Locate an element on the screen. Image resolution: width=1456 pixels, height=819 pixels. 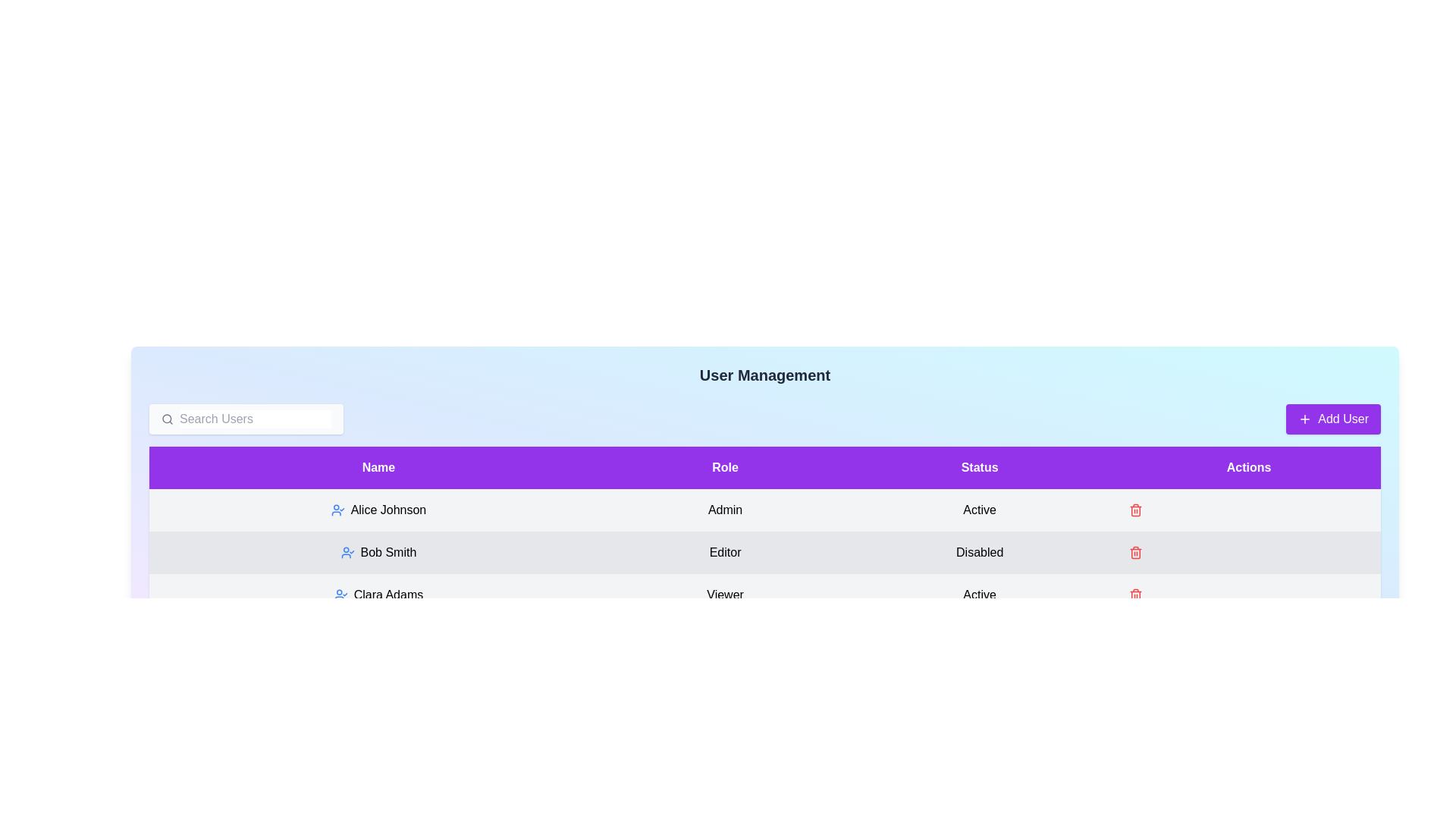
the trash icon next to the user Bob Smith to delete them is located at coordinates (1135, 553).